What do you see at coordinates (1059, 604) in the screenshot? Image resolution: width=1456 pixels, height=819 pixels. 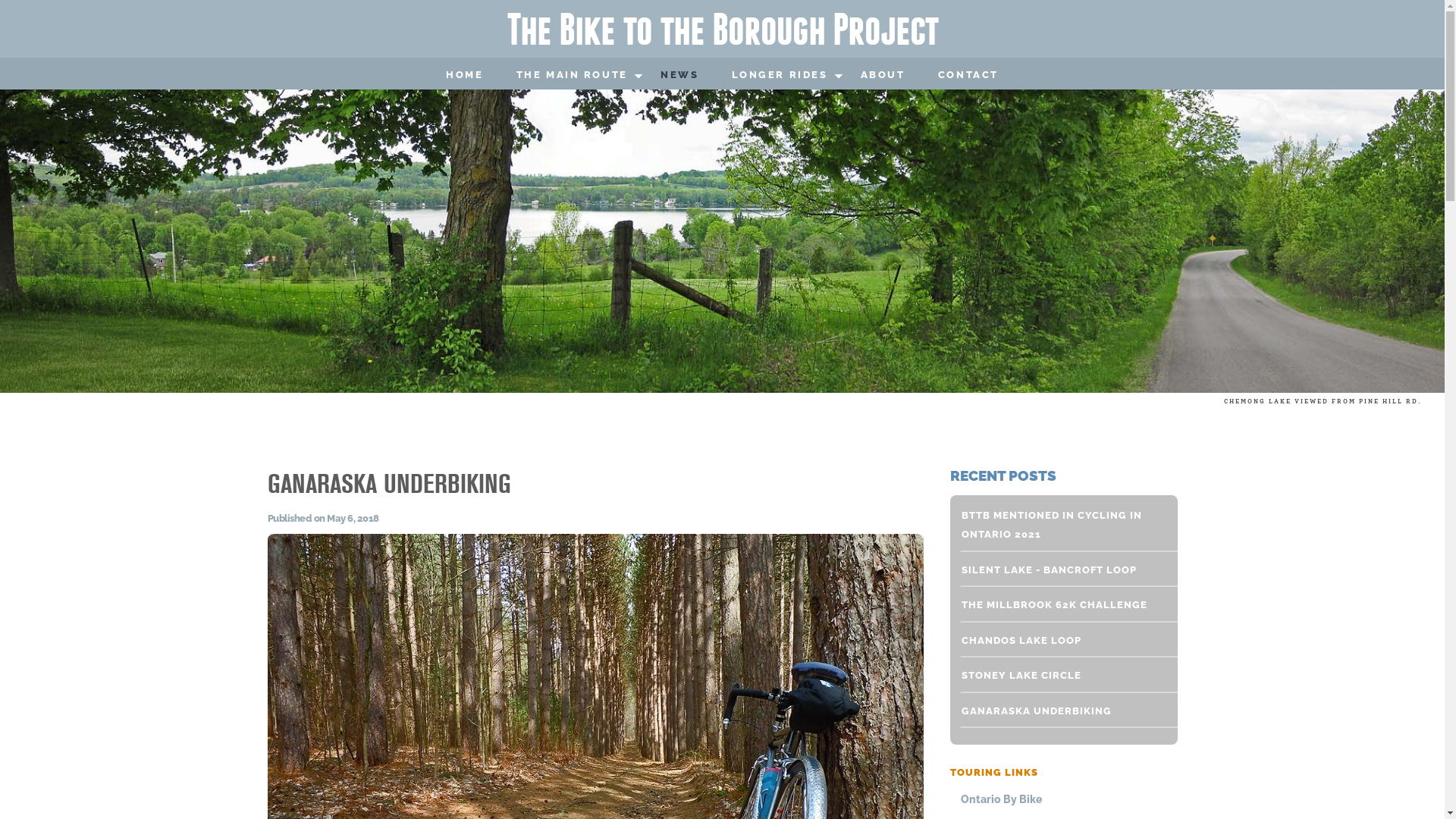 I see `'THE MILLBROOK 62K CHALLENGE'` at bounding box center [1059, 604].